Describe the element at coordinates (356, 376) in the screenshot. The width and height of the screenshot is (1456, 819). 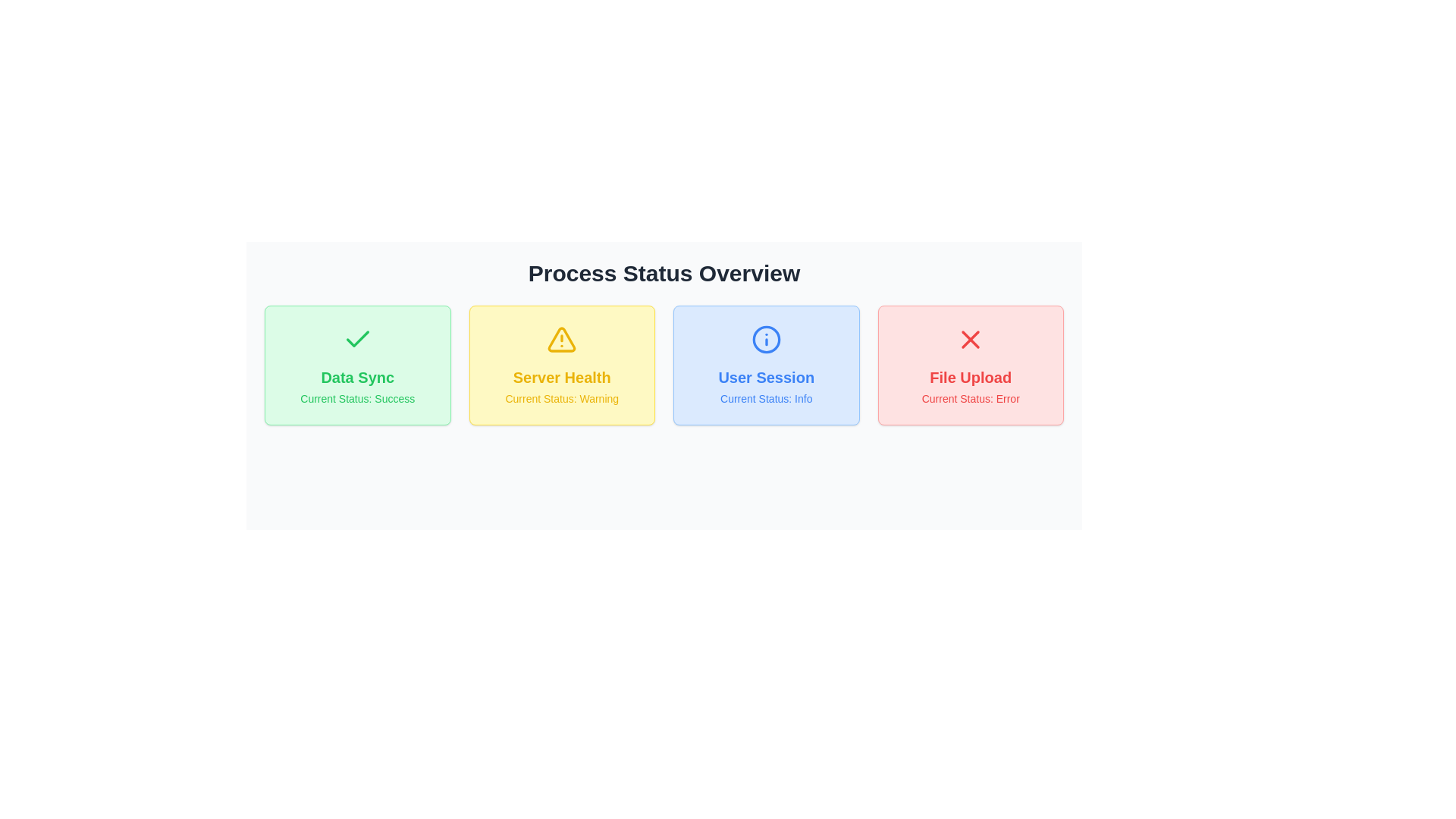
I see `the Text Label that serves as the header for the success status panel, positioned between an icon and the 'Current Status: Success' text` at that location.